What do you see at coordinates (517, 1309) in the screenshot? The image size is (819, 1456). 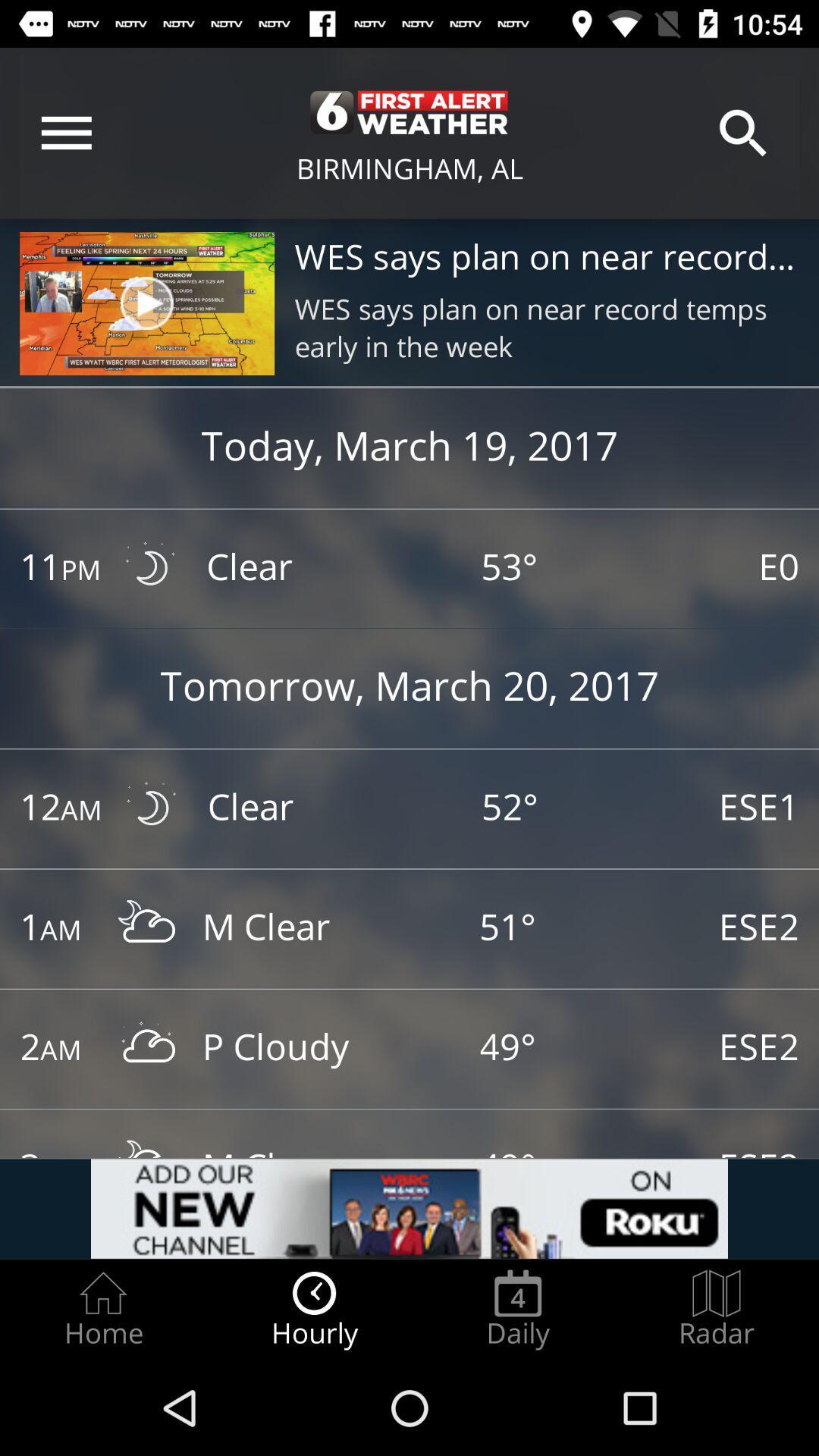 I see `item next to radar item` at bounding box center [517, 1309].